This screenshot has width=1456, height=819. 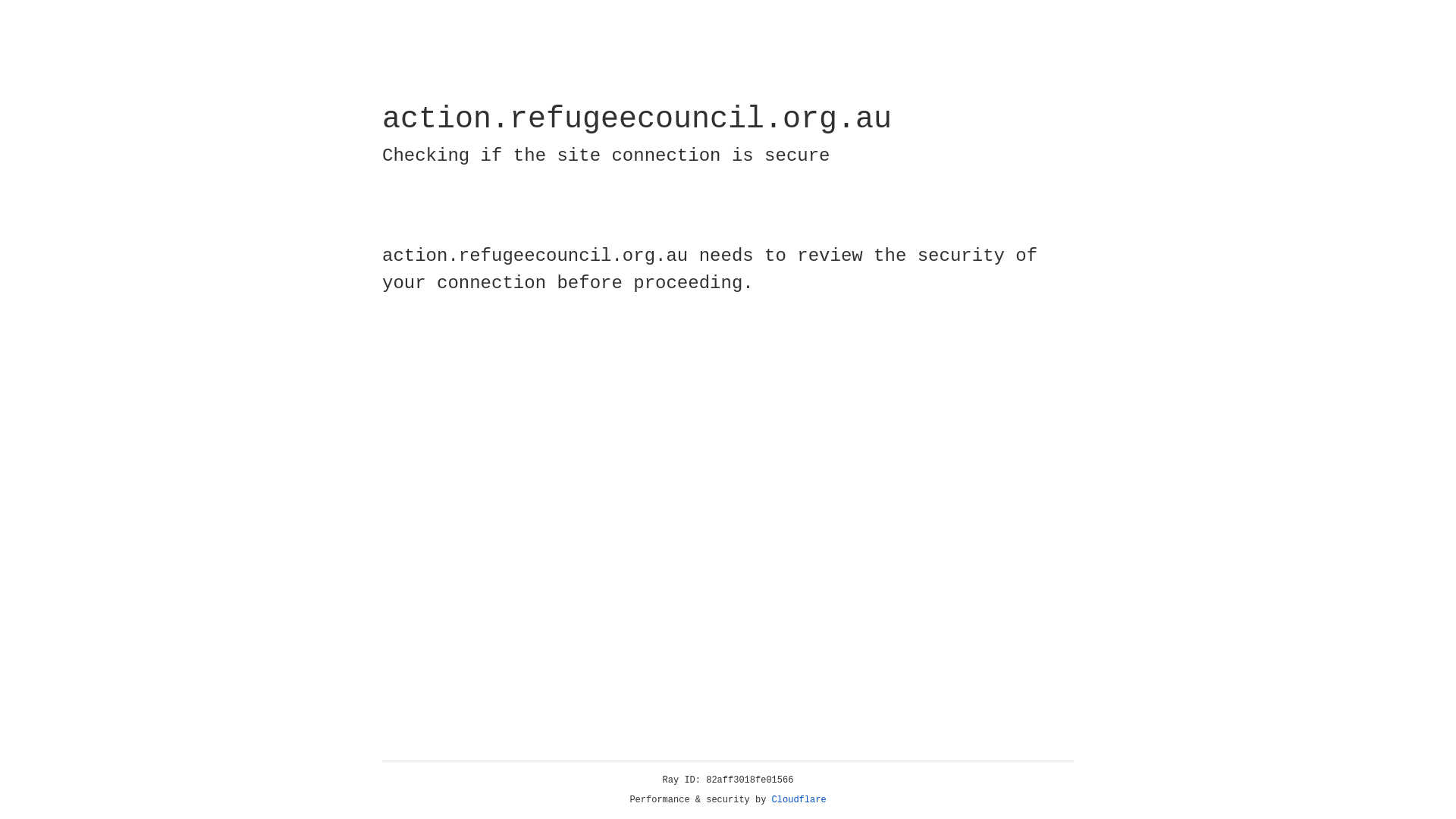 What do you see at coordinates (799, 799) in the screenshot?
I see `'Cloudflare'` at bounding box center [799, 799].